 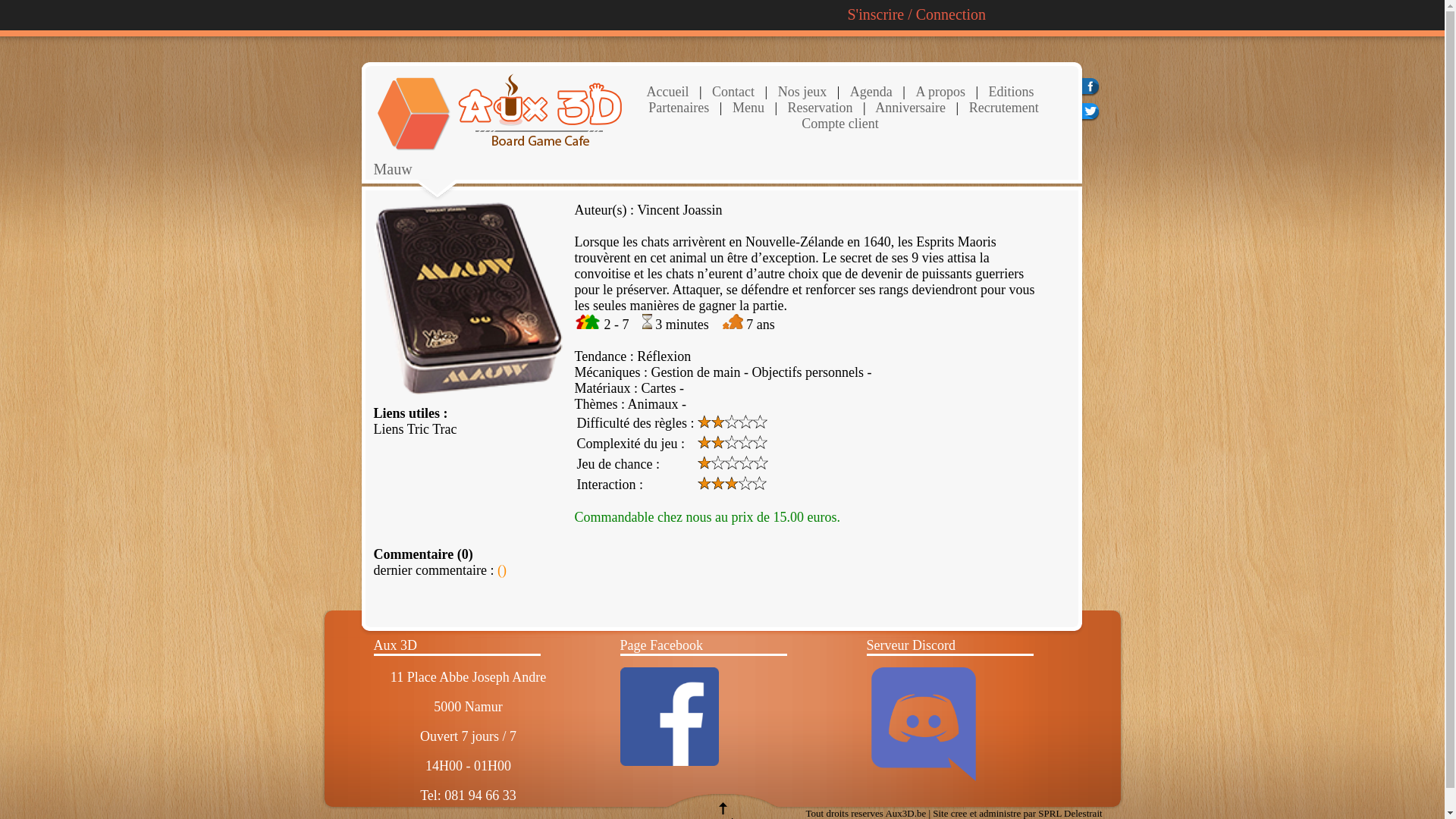 I want to click on 'Liens Tric Trac', so click(x=415, y=429).